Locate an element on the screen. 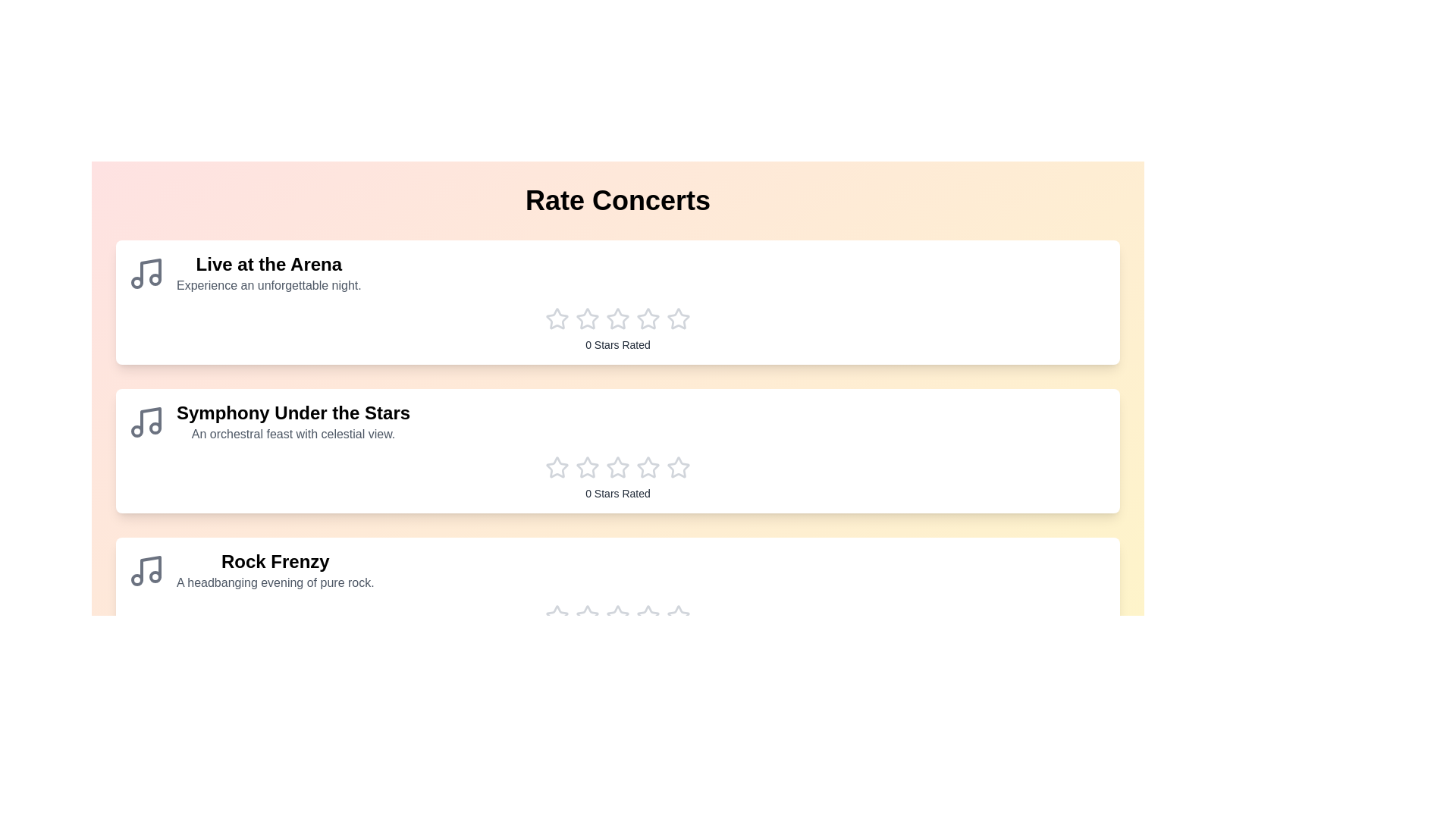  the star corresponding to the rating 1 for the concert Rock Frenzy is located at coordinates (556, 617).